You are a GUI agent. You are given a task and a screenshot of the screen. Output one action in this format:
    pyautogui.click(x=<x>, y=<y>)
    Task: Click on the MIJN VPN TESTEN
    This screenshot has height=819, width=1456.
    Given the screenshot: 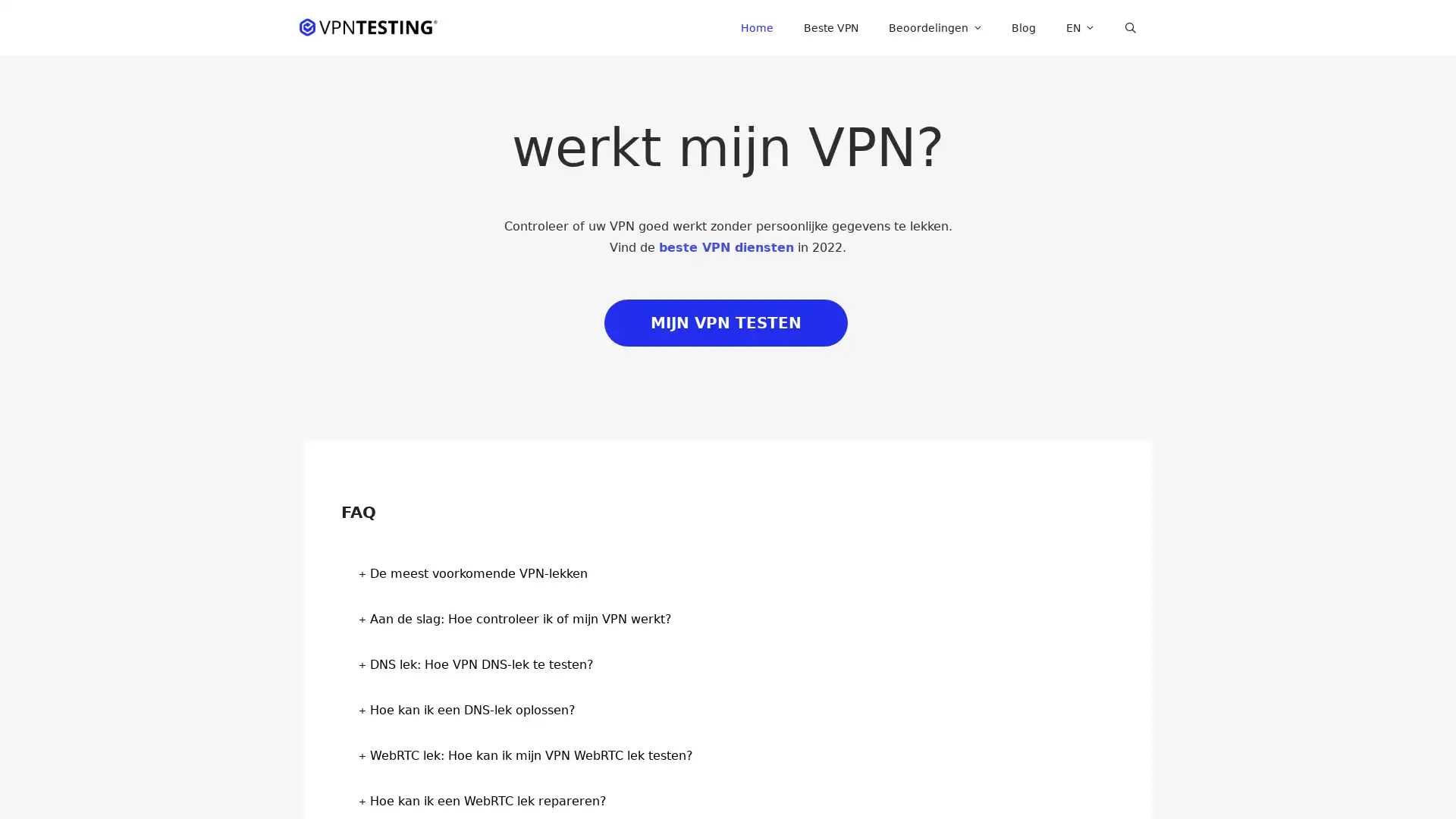 What is the action you would take?
    pyautogui.click(x=725, y=321)
    